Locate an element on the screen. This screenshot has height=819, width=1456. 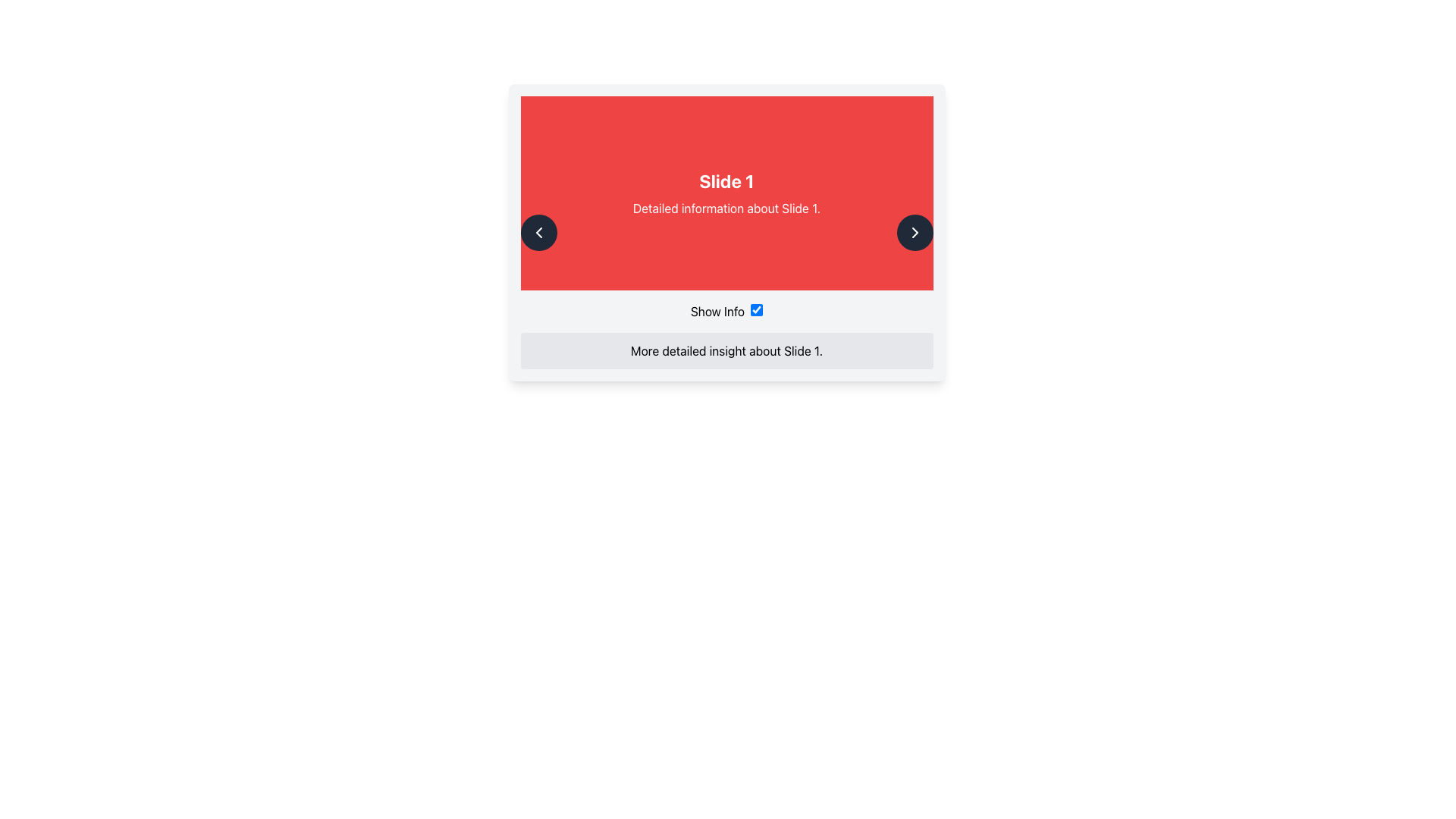
the Slide Display element, which is the top section of the slideshow interface, providing title and summary details, located directly above the 'Show Info' section is located at coordinates (726, 192).